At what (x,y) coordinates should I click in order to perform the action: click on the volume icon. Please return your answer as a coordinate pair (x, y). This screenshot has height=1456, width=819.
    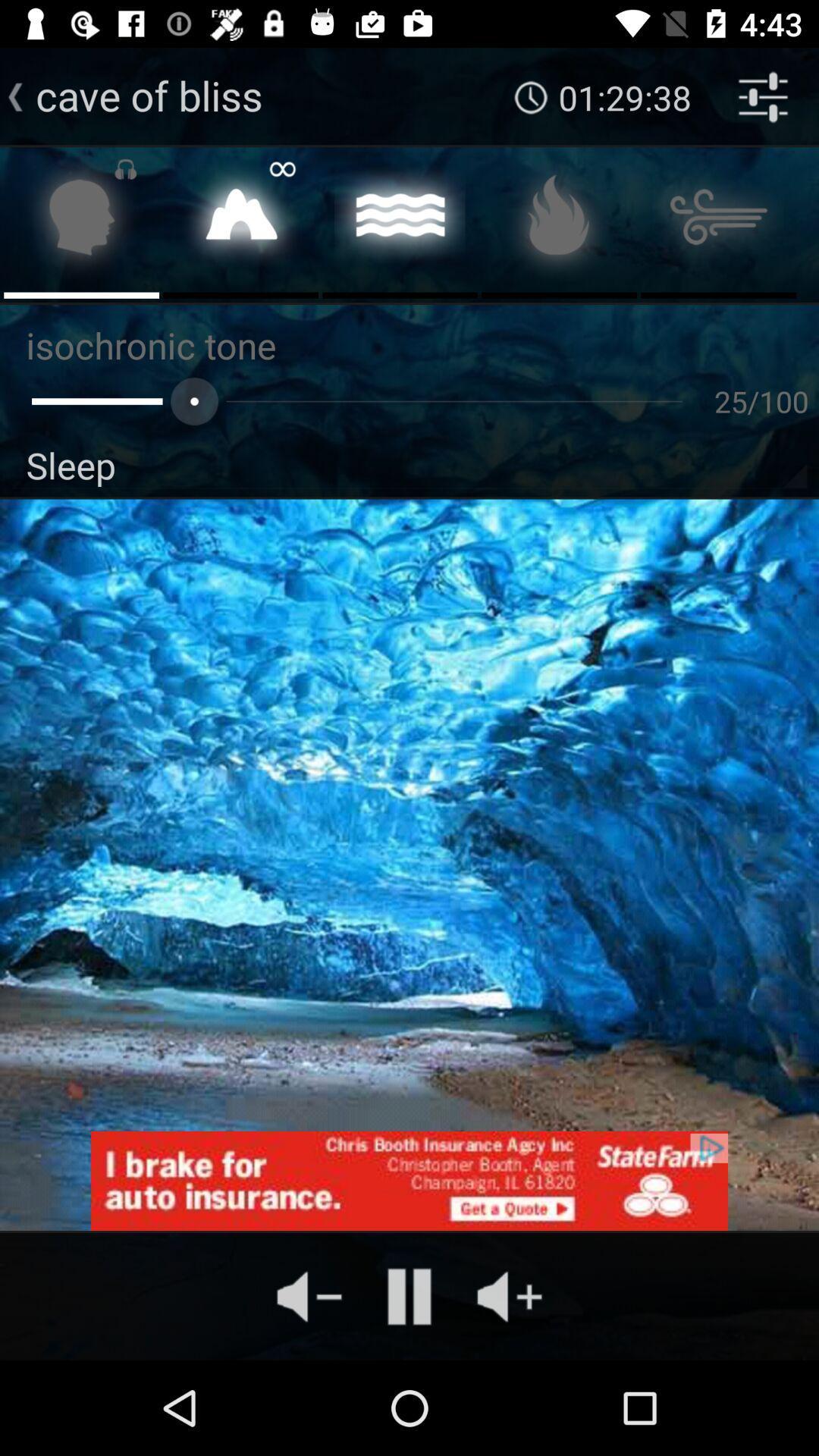
    Looking at the image, I should click on (509, 1295).